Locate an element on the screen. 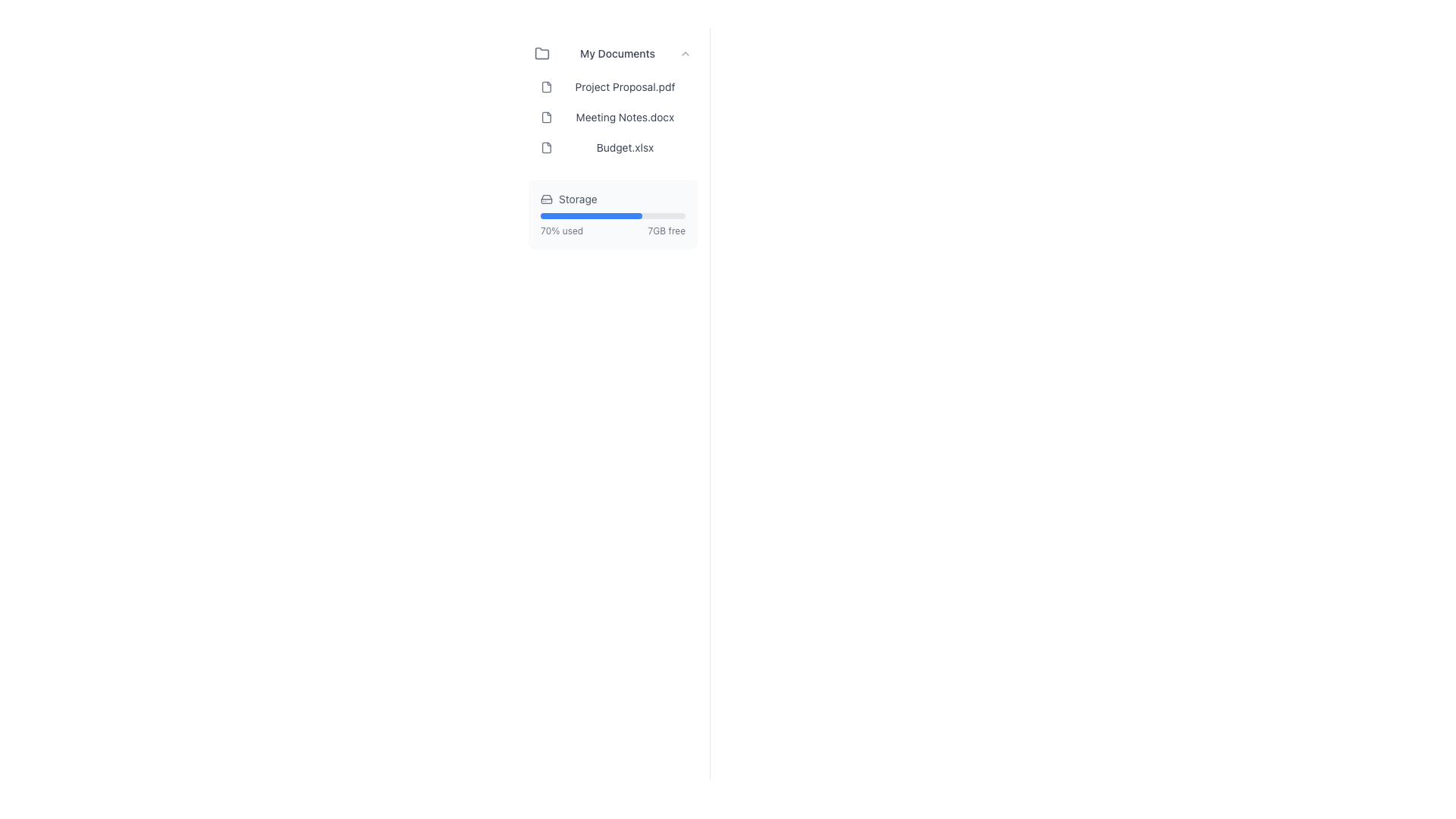 The height and width of the screenshot is (819, 1456). the decorative folder icon associated with the 'My Documents' label is located at coordinates (542, 52).